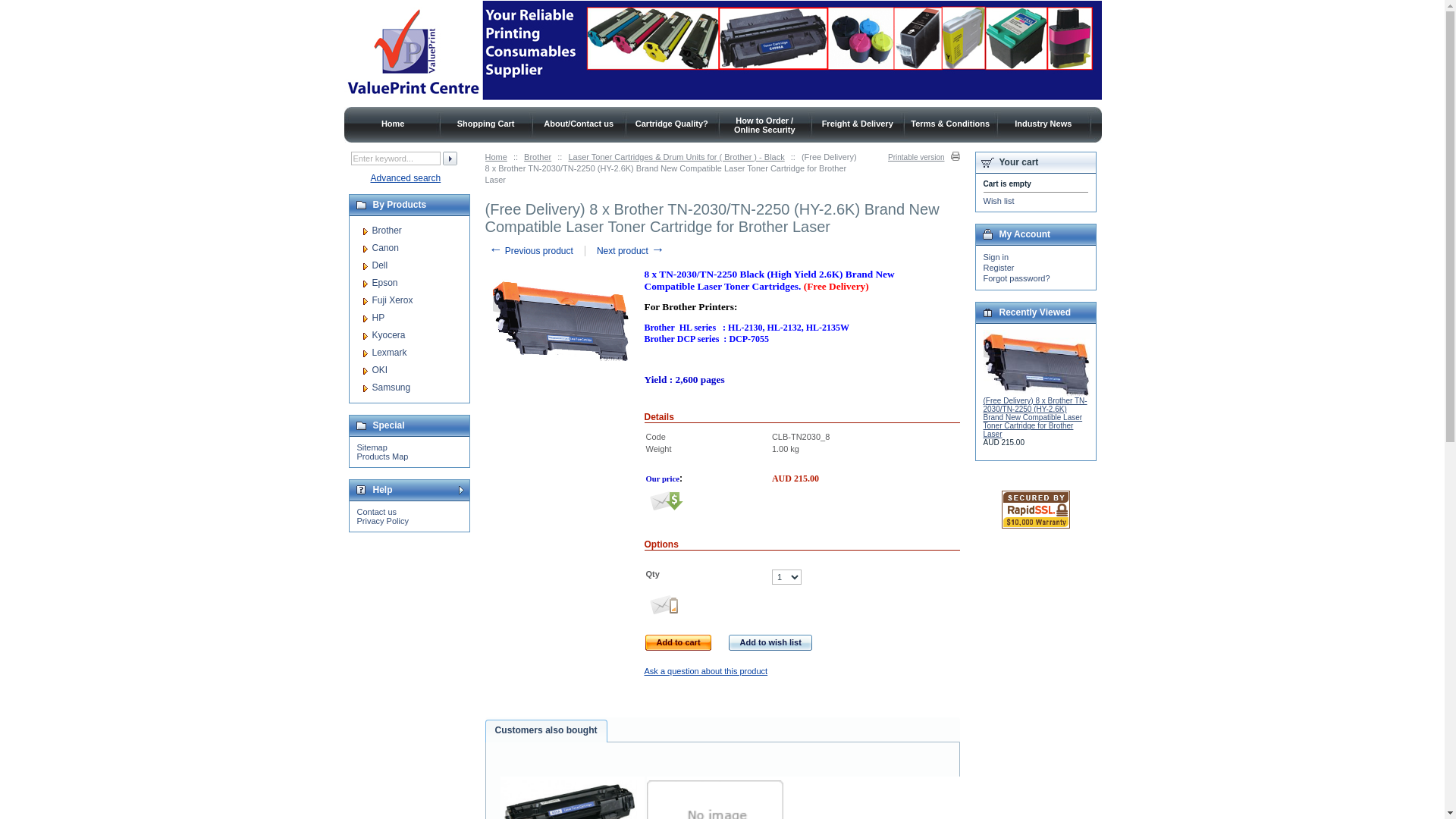 This screenshot has width=1456, height=819. Describe the element at coordinates (1015, 278) in the screenshot. I see `'Forgot password?'` at that location.